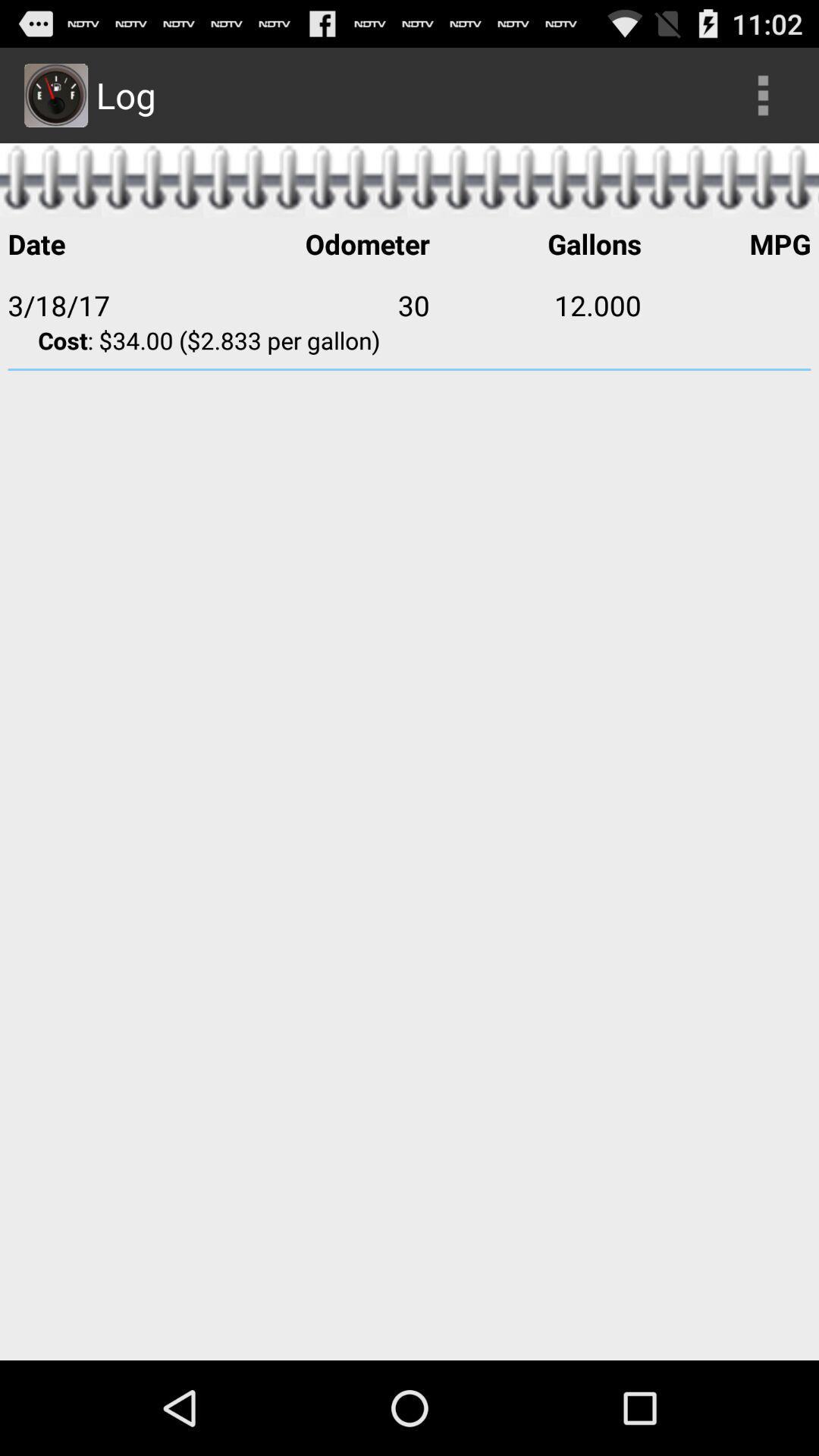 Image resolution: width=819 pixels, height=1456 pixels. Describe the element at coordinates (763, 94) in the screenshot. I see `menu` at that location.